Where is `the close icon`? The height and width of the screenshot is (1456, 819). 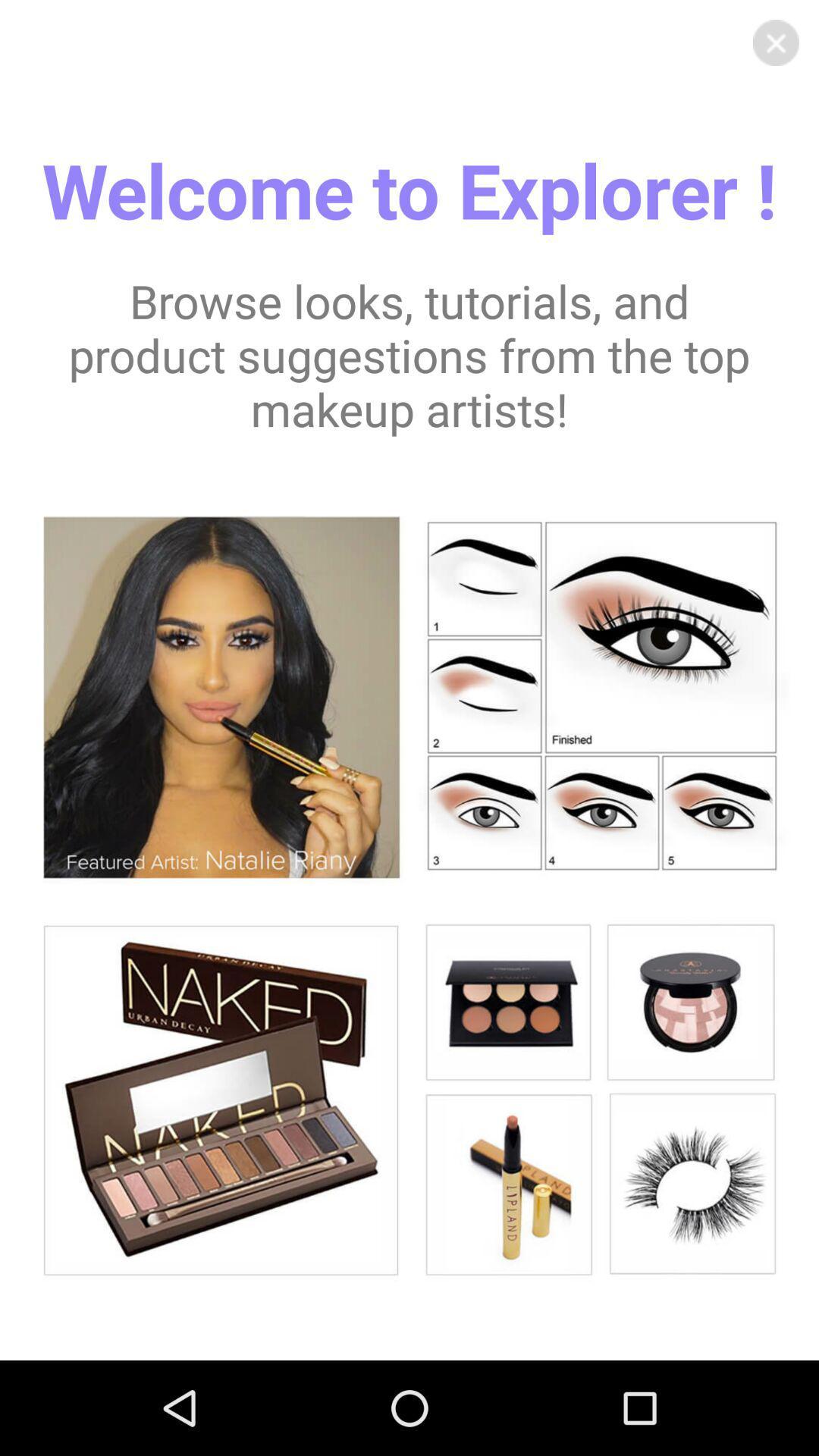 the close icon is located at coordinates (776, 45).